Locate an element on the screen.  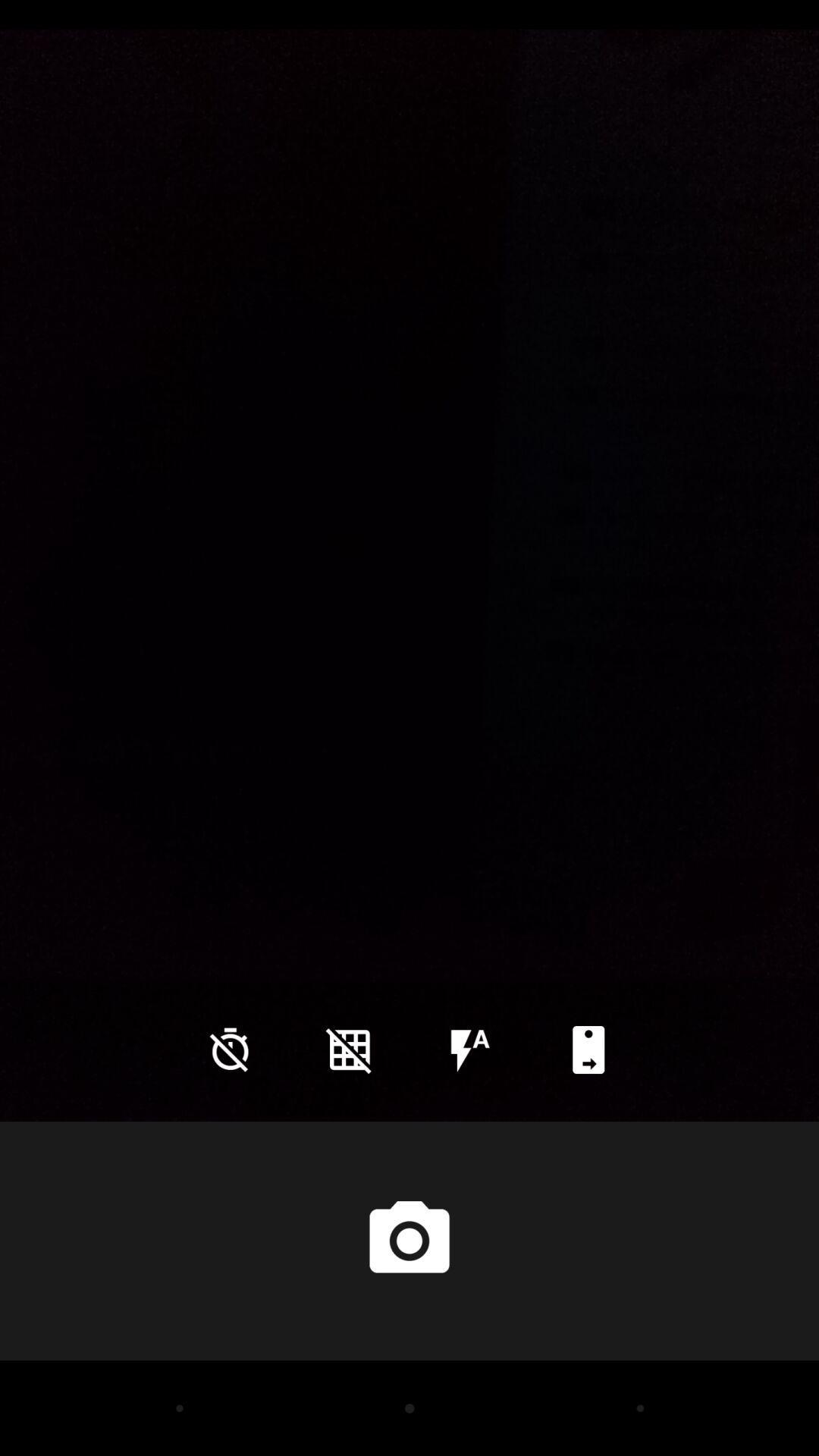
item at the bottom left corner is located at coordinates (230, 1049).